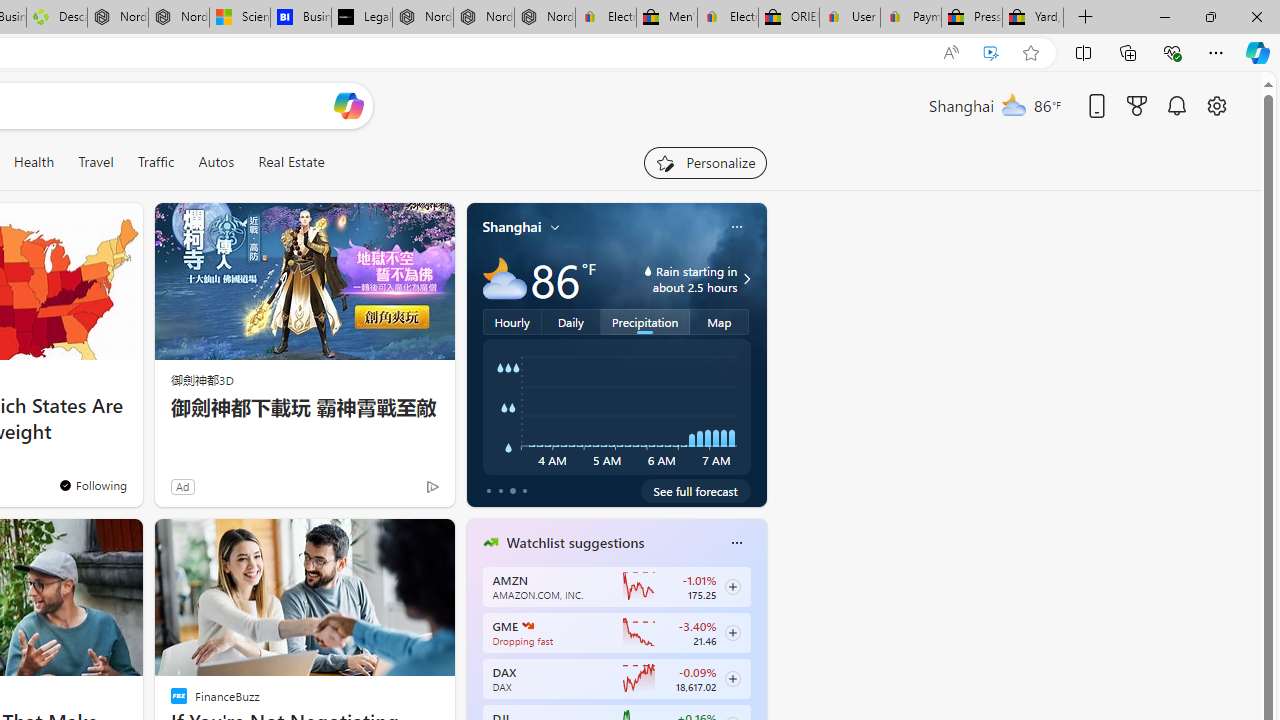 This screenshot has width=1280, height=720. Describe the element at coordinates (488, 491) in the screenshot. I see `'tab-0'` at that location.